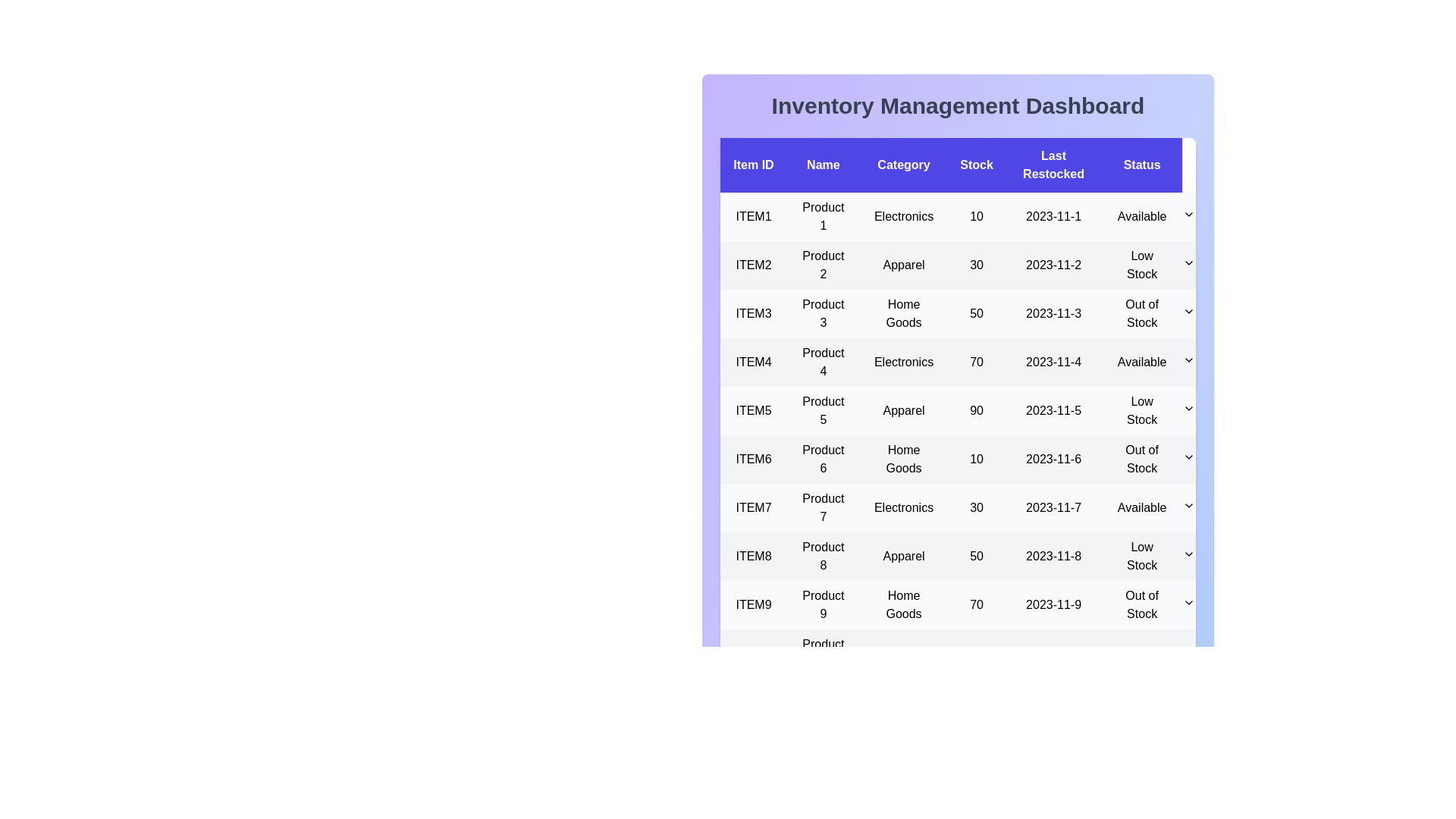 The width and height of the screenshot is (1456, 819). Describe the element at coordinates (1142, 165) in the screenshot. I see `the column header Status to sort the data by that column` at that location.